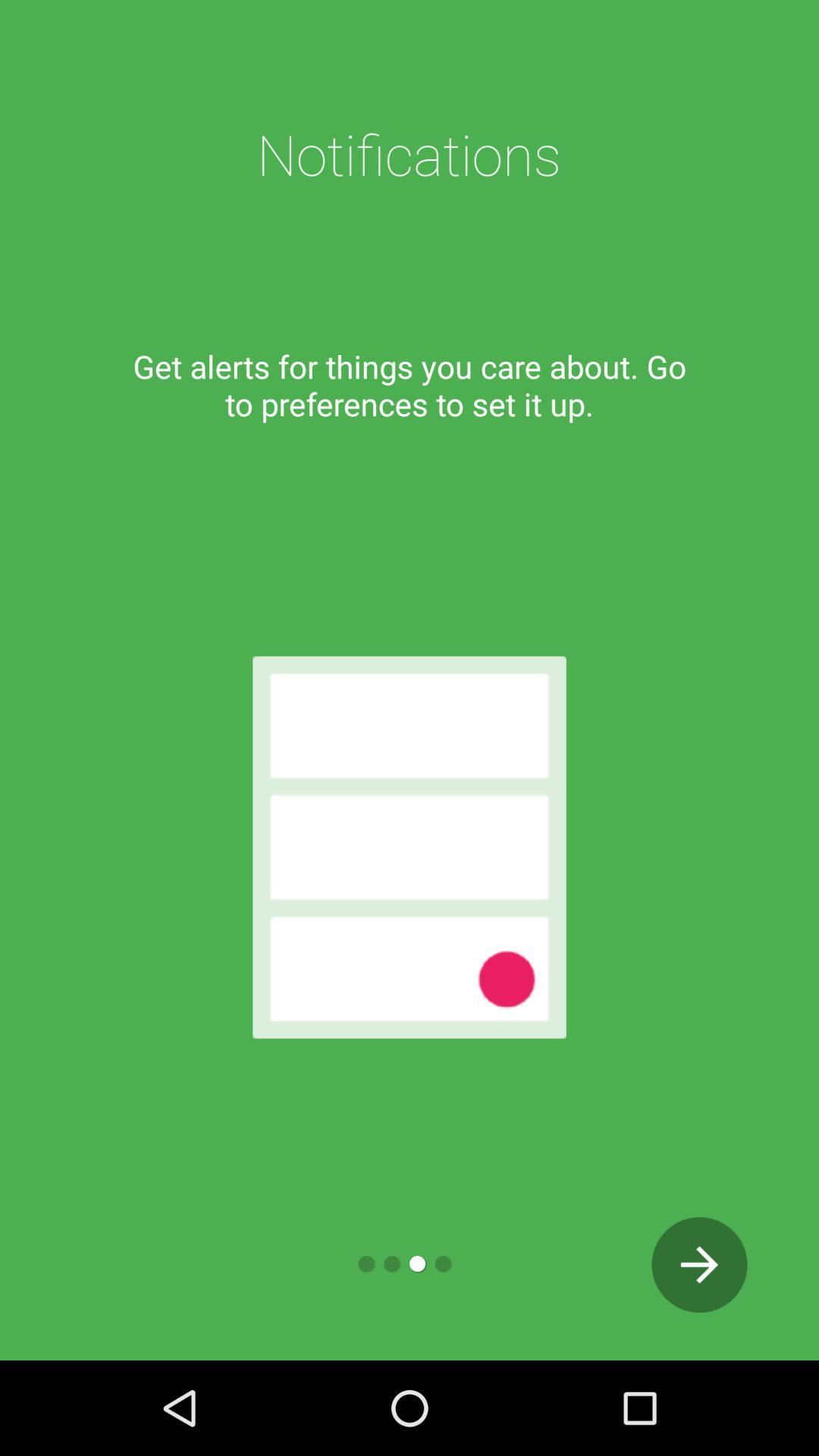 Image resolution: width=819 pixels, height=1456 pixels. I want to click on item at the bottom right corner, so click(699, 1265).